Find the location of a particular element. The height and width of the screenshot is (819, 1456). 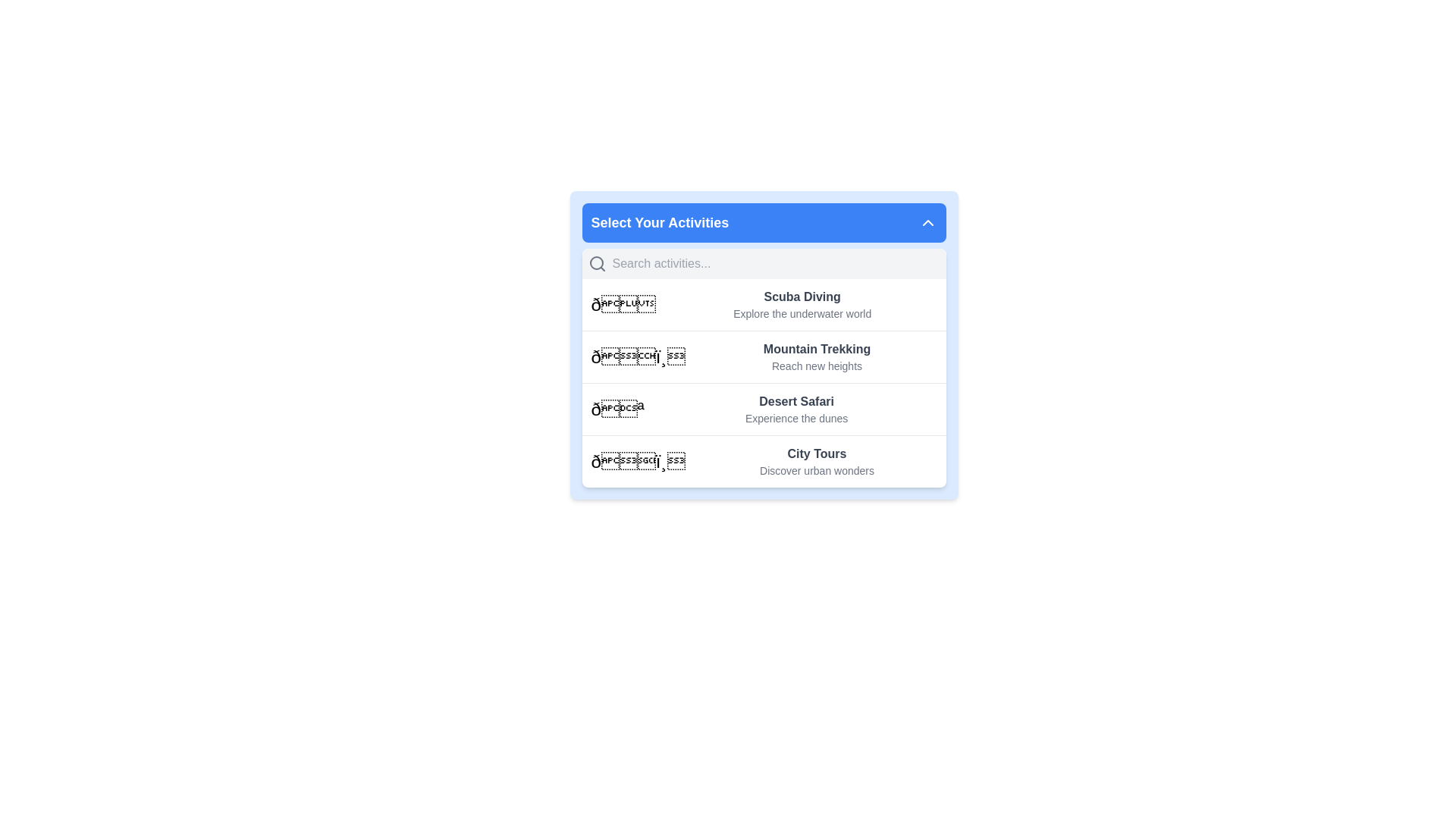

the search icon that visually represents the search functionality, located to the left of the search input field is located at coordinates (596, 262).